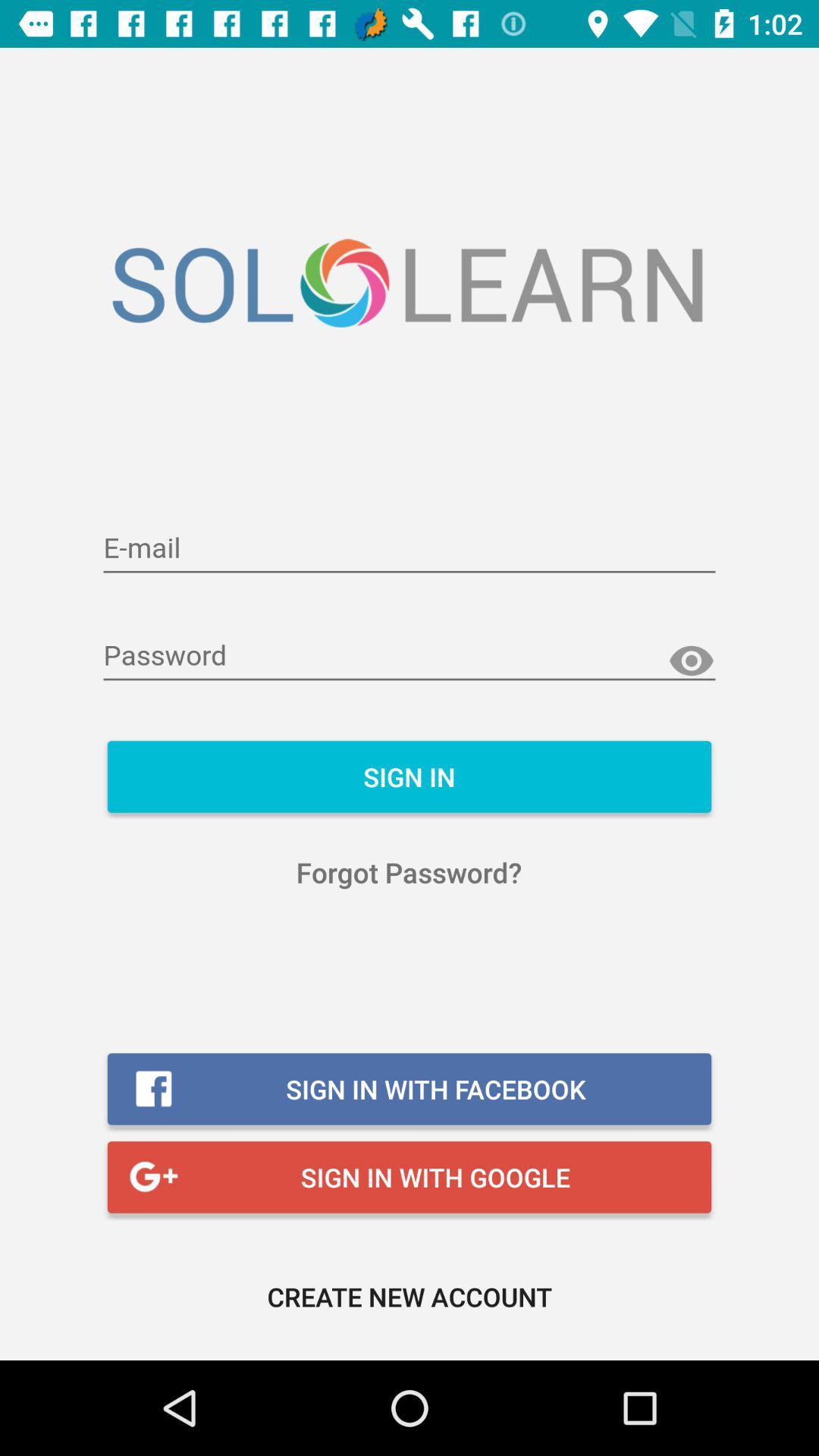 Image resolution: width=819 pixels, height=1456 pixels. I want to click on the create new account icon, so click(409, 1295).